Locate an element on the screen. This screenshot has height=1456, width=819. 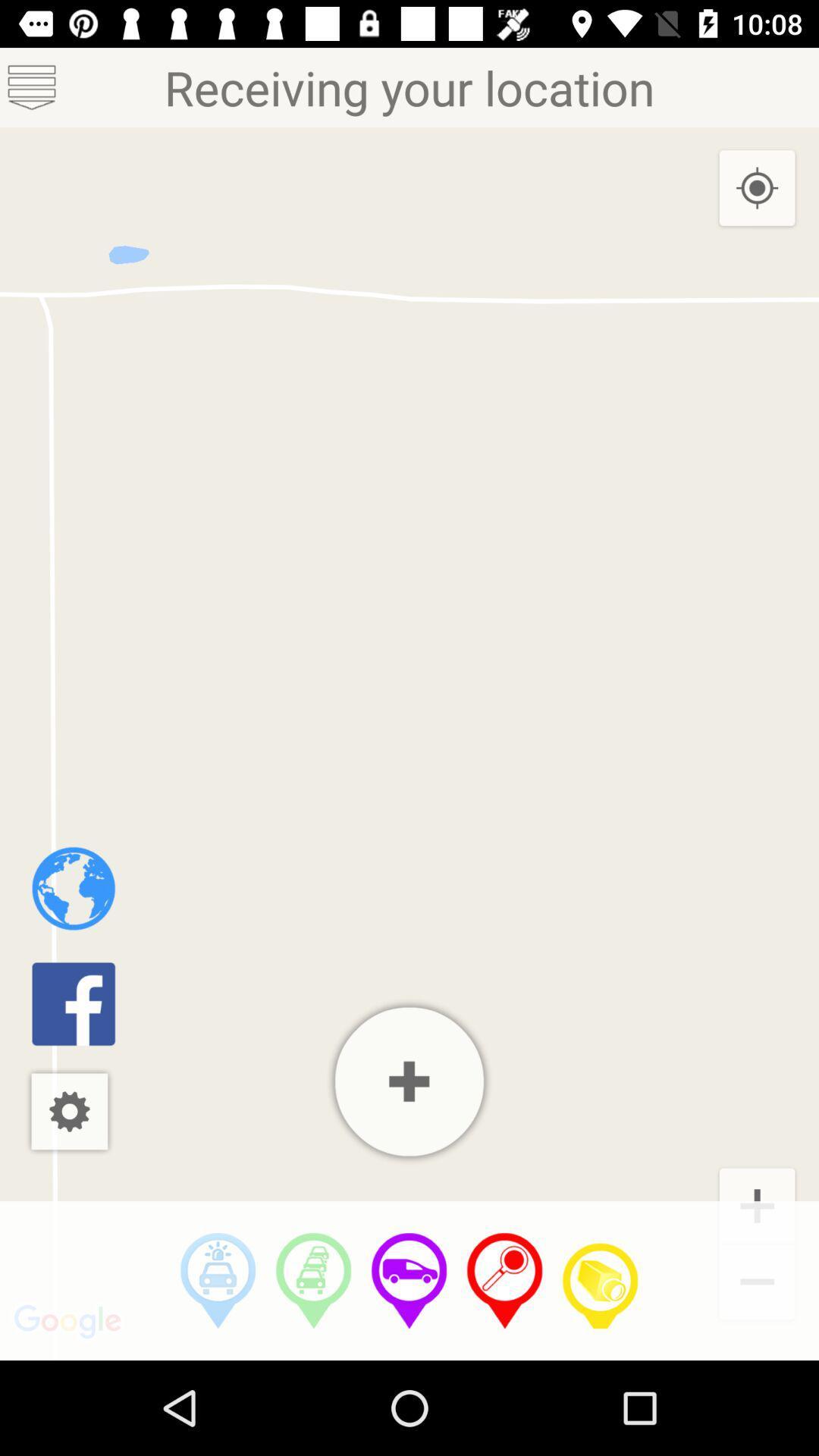
driving directions is located at coordinates (218, 1280).